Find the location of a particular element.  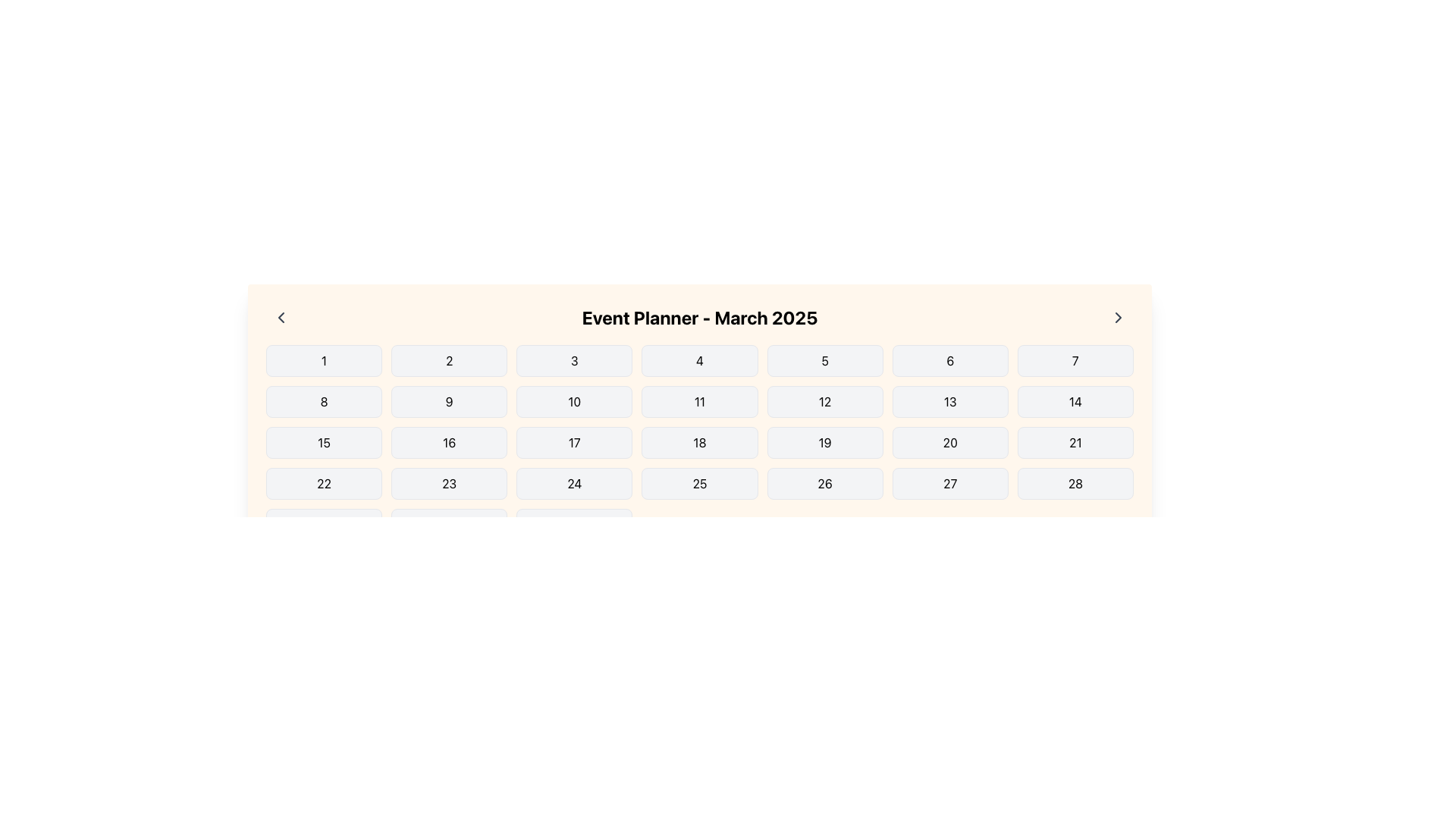

the Button-like interactive calendar day element displaying the number '4' is located at coordinates (698, 360).